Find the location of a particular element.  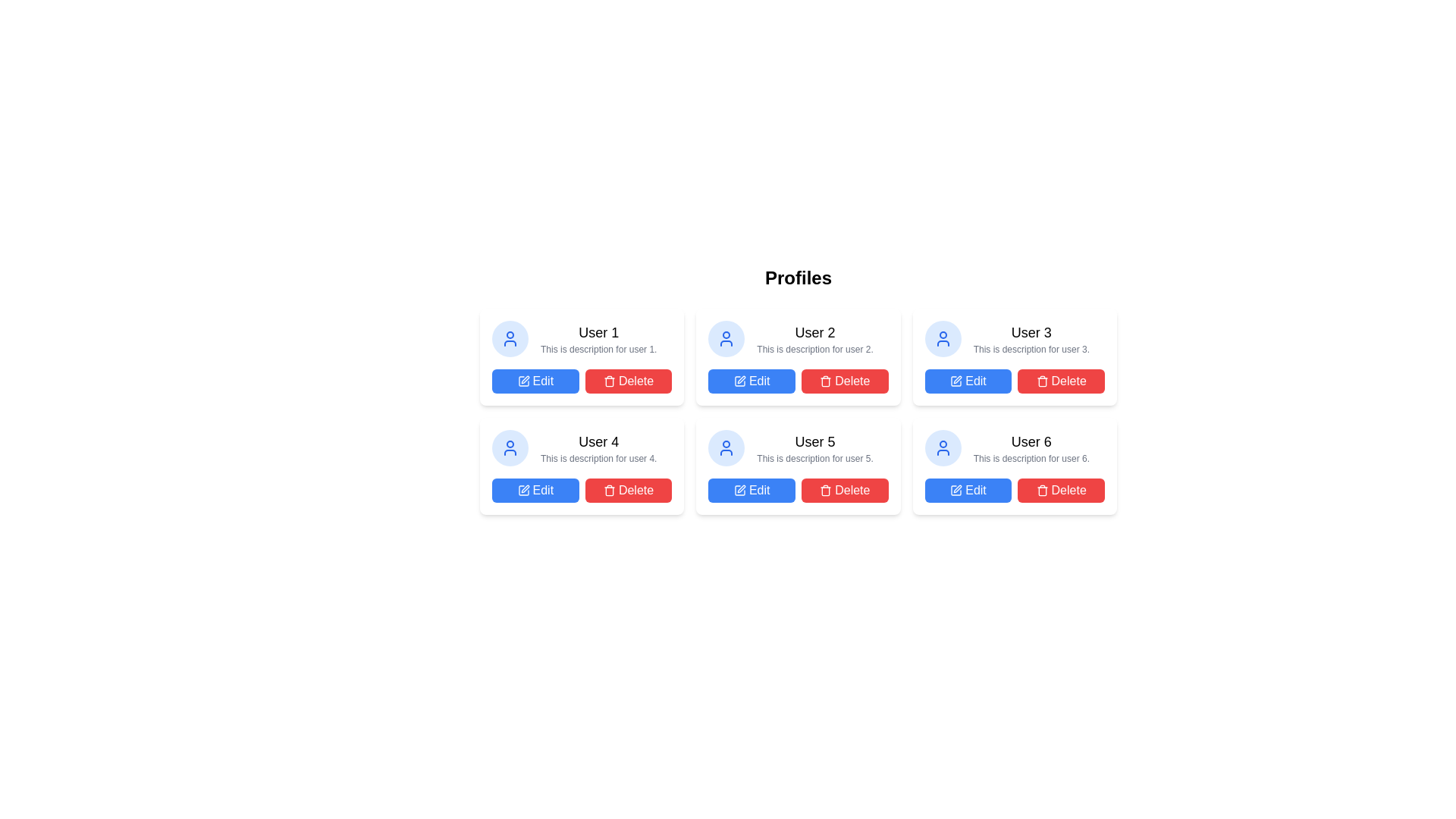

the user profile icon located at the top-left corner of the sixth card in a 2x3 grid layout is located at coordinates (942, 447).